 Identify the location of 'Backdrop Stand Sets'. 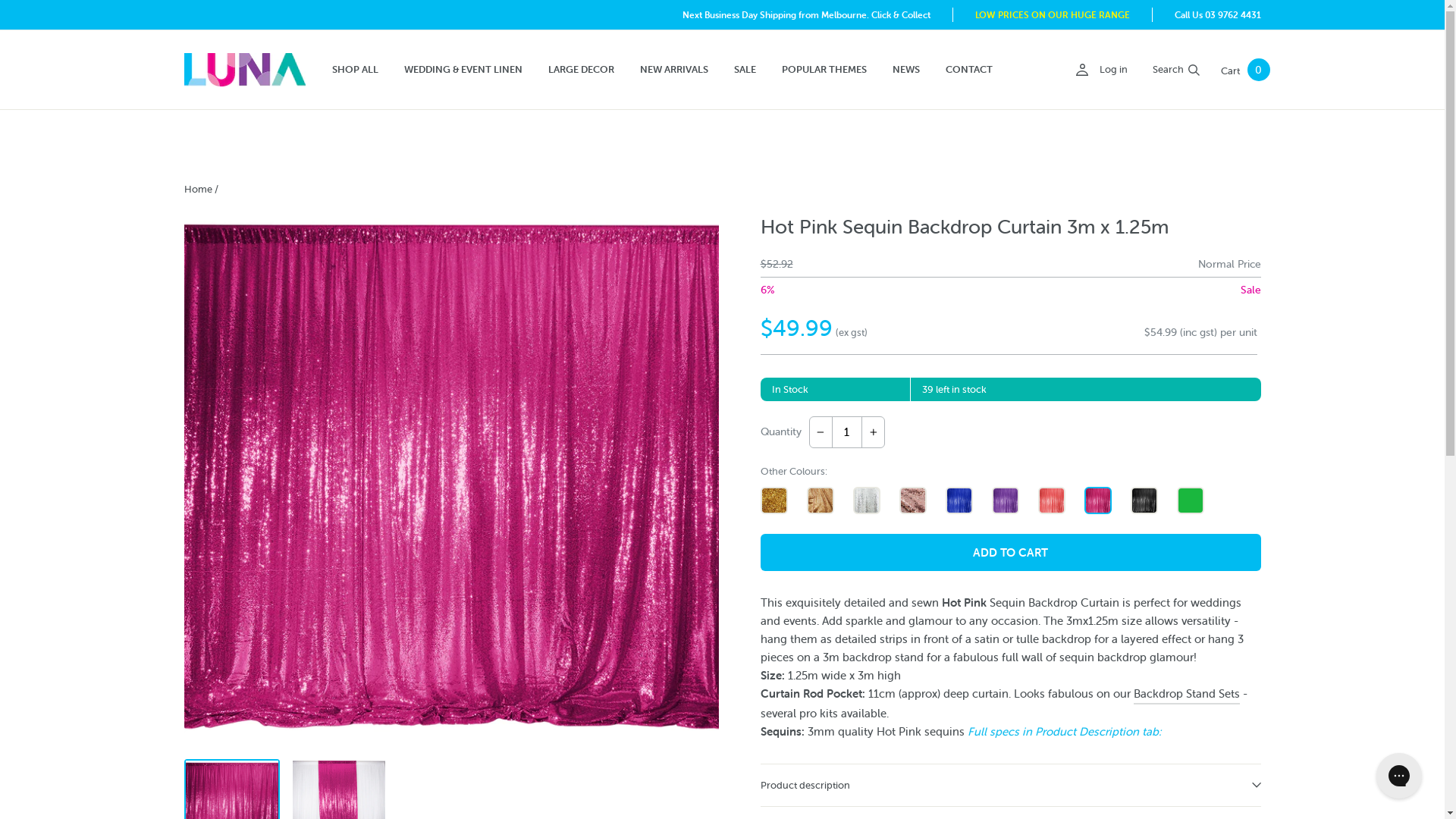
(1132, 694).